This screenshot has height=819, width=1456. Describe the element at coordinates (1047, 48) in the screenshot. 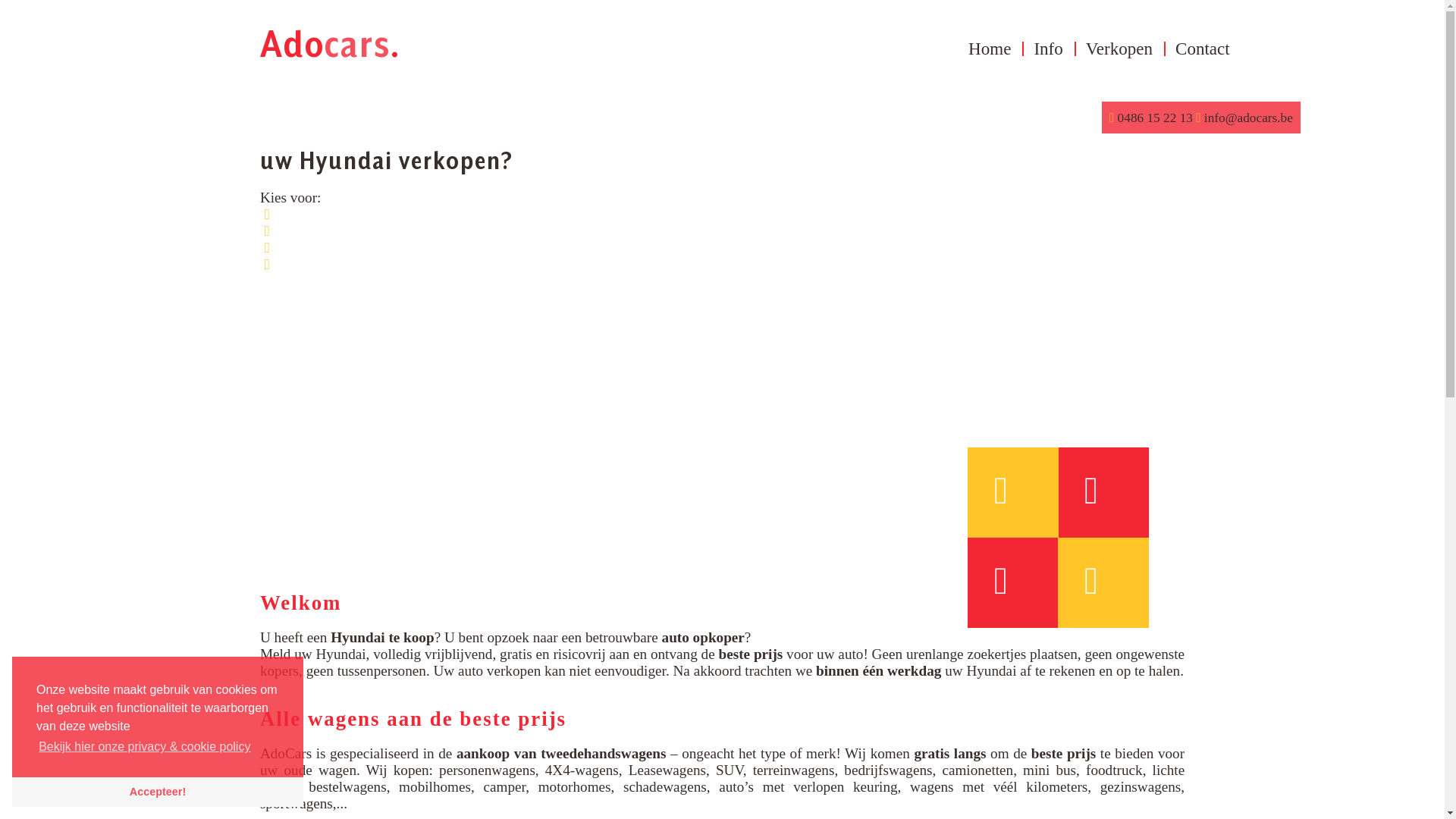

I see `'Info'` at that location.